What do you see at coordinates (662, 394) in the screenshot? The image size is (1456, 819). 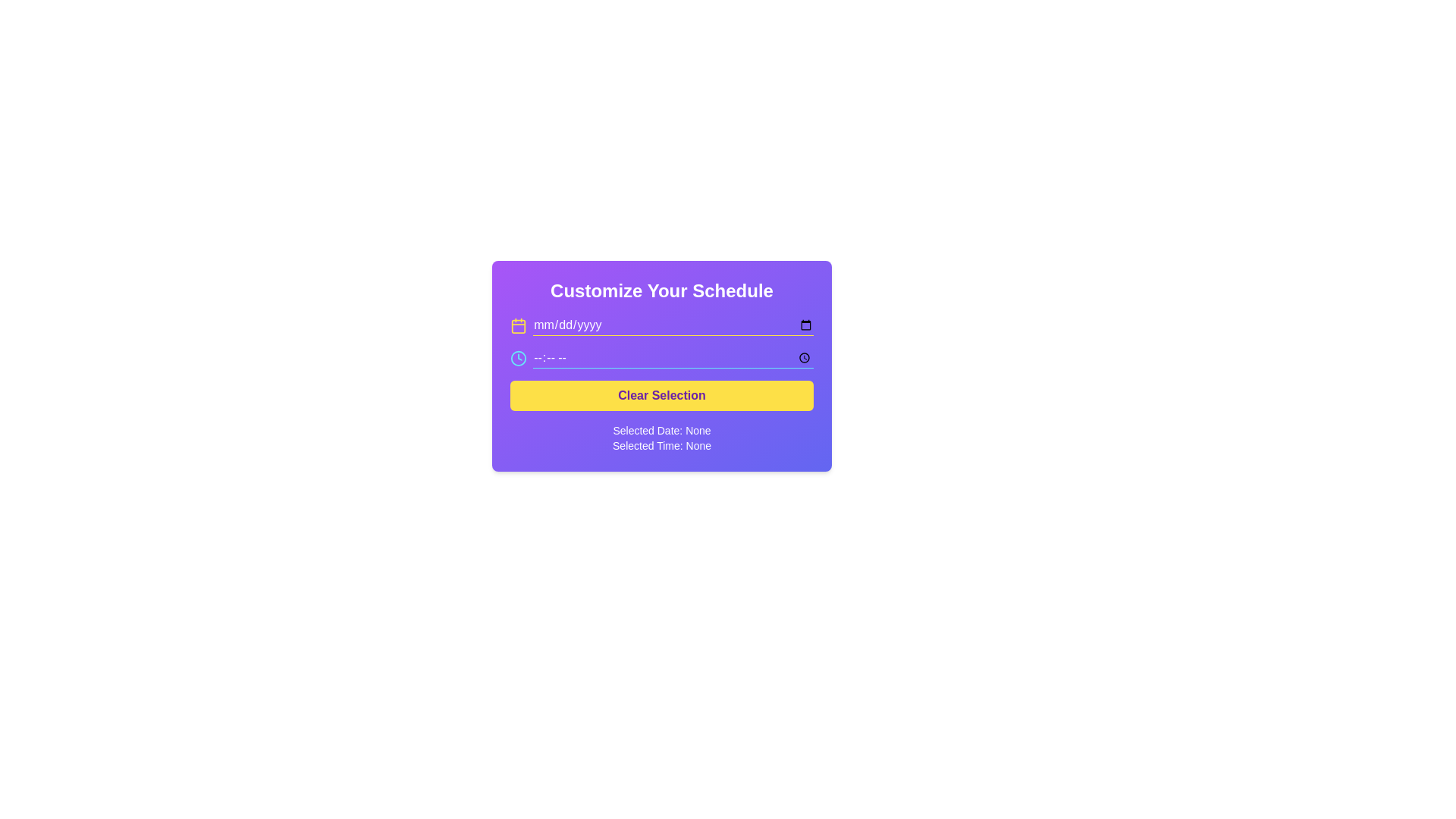 I see `the yellow rectangular button labeled 'Clear Selection' with bold purple font, located below the date and time input fields` at bounding box center [662, 394].